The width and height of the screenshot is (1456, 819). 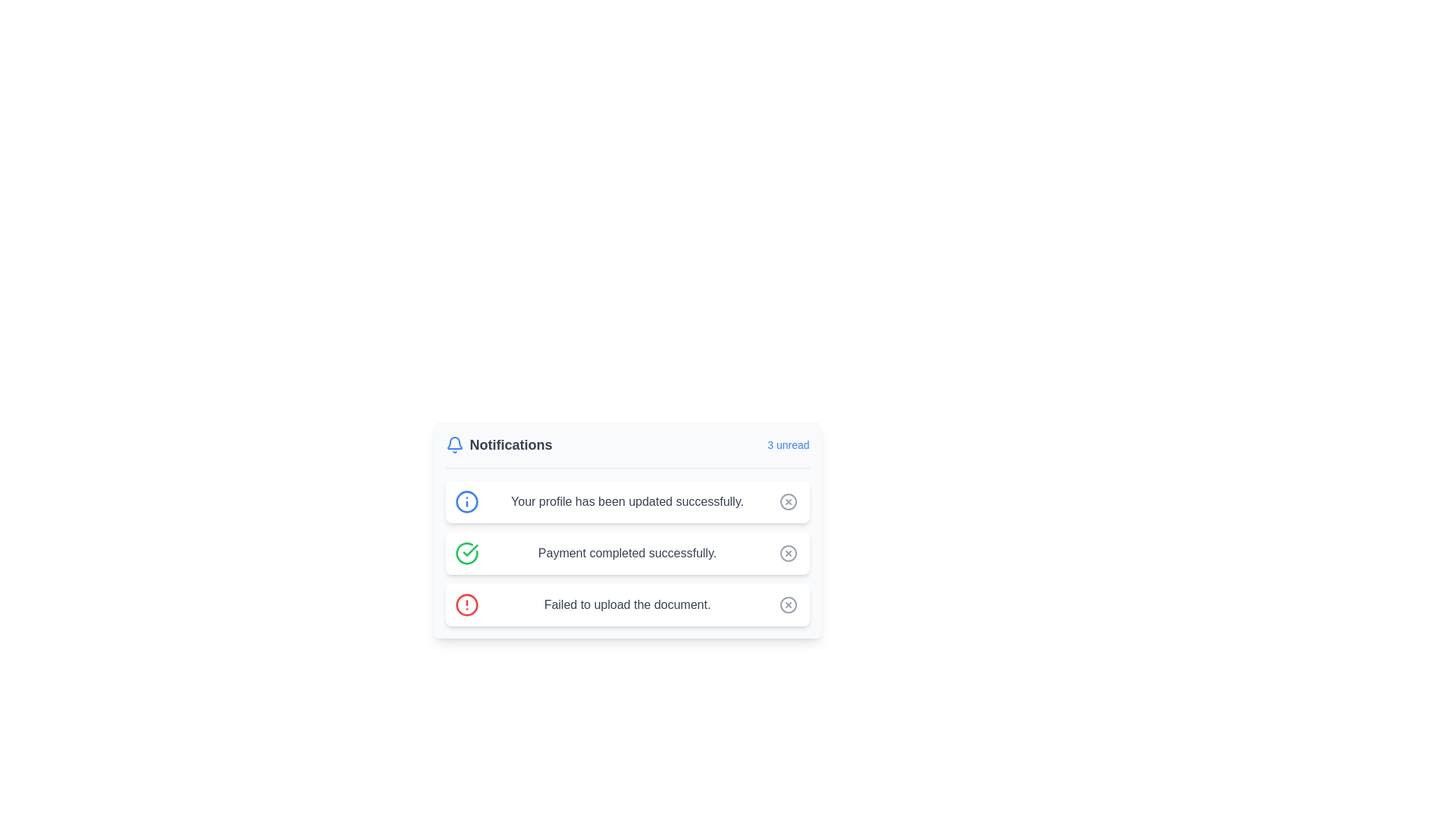 I want to click on attributes of the green tick mark icon indicating a successful payment operation, located in the second notification row to the left of the text 'Payment completed successfully.', so click(x=469, y=550).